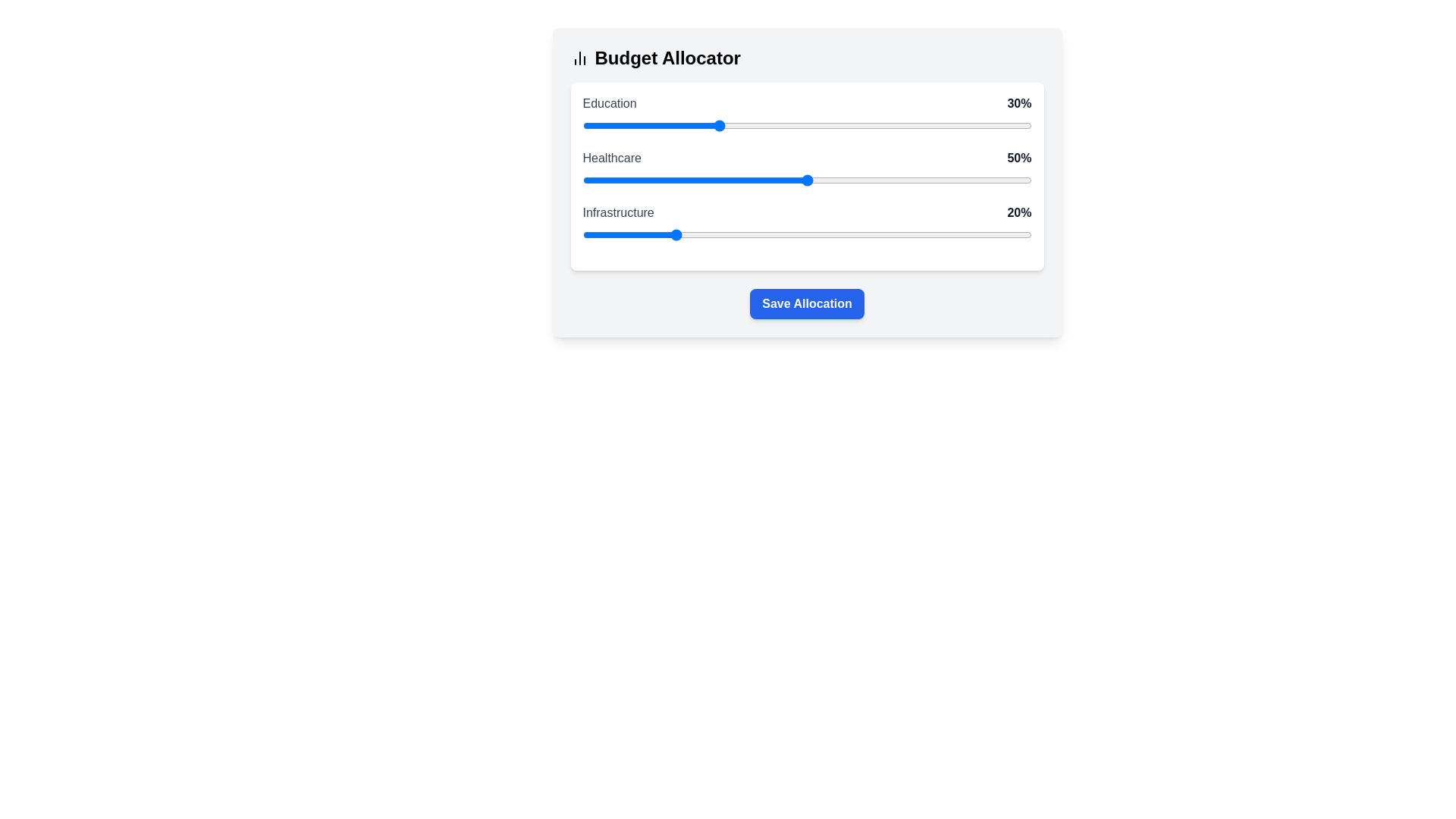 The width and height of the screenshot is (1456, 819). Describe the element at coordinates (870, 124) in the screenshot. I see `the education allocation` at that location.